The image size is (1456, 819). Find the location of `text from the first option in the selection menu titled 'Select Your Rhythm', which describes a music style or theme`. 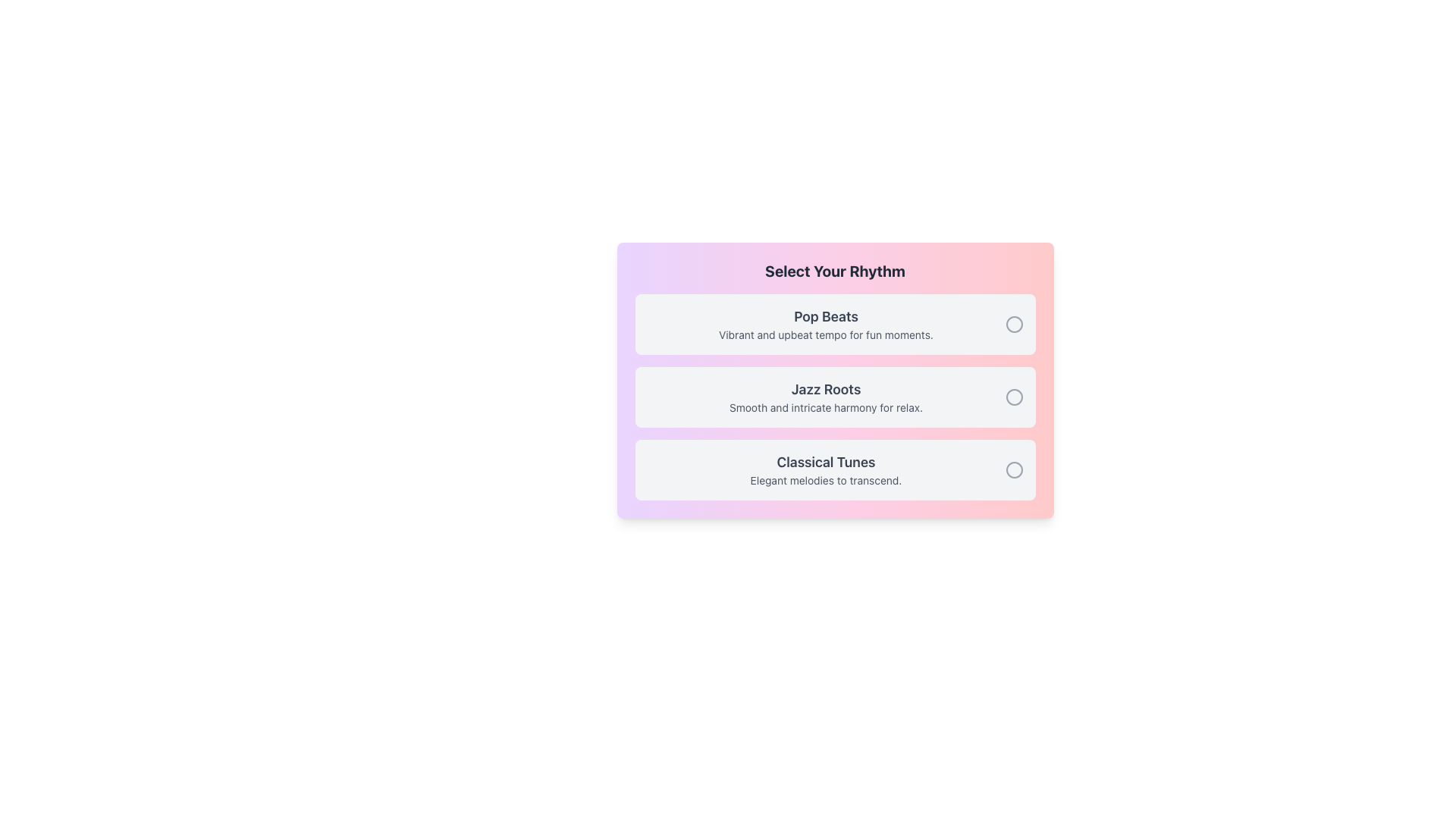

text from the first option in the selection menu titled 'Select Your Rhythm', which describes a music style or theme is located at coordinates (825, 324).